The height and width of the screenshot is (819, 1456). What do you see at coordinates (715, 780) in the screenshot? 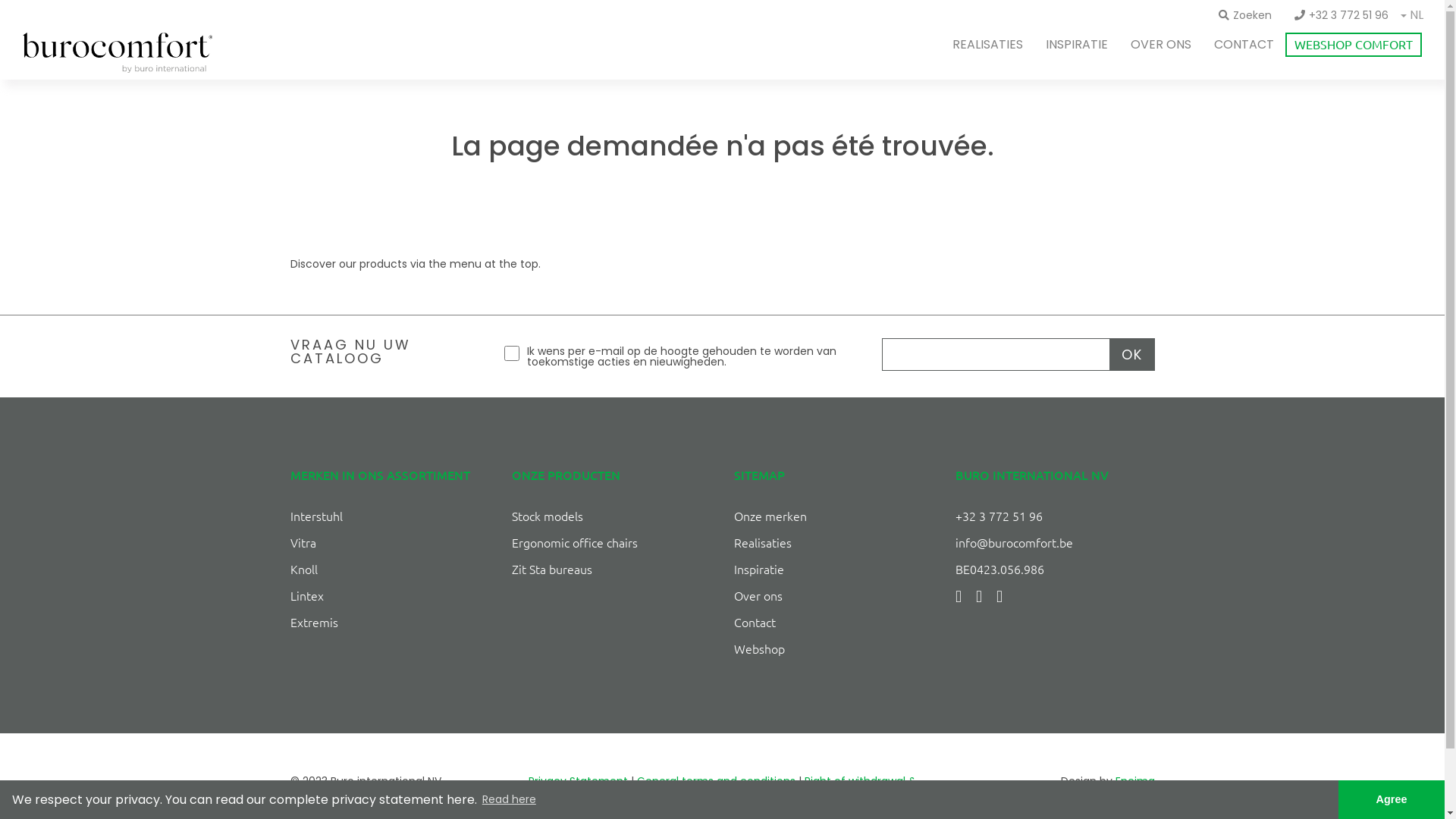
I see `'General terms and conditions'` at bounding box center [715, 780].